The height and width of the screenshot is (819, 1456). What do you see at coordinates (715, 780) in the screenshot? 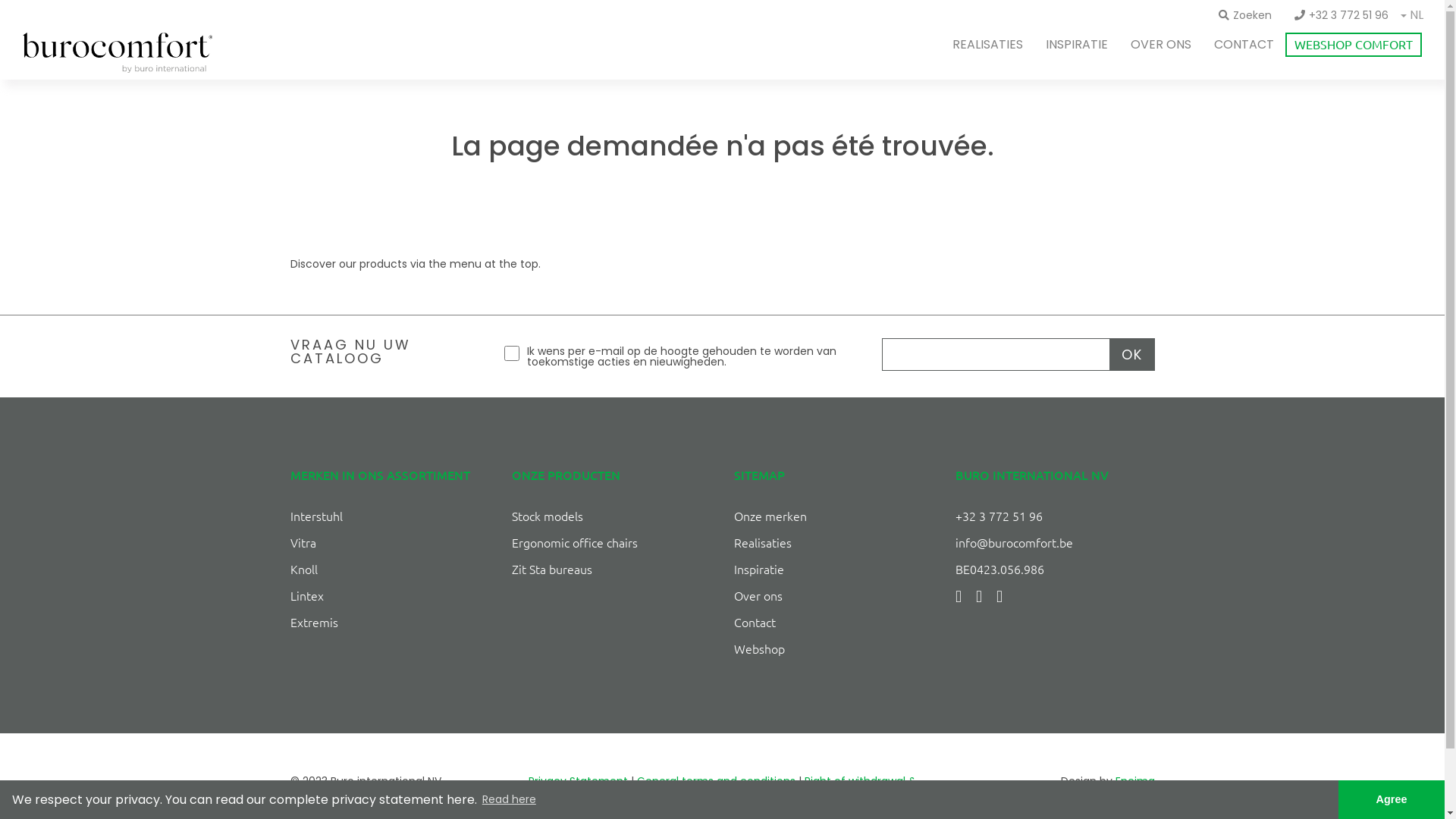
I see `'General terms and conditions'` at bounding box center [715, 780].